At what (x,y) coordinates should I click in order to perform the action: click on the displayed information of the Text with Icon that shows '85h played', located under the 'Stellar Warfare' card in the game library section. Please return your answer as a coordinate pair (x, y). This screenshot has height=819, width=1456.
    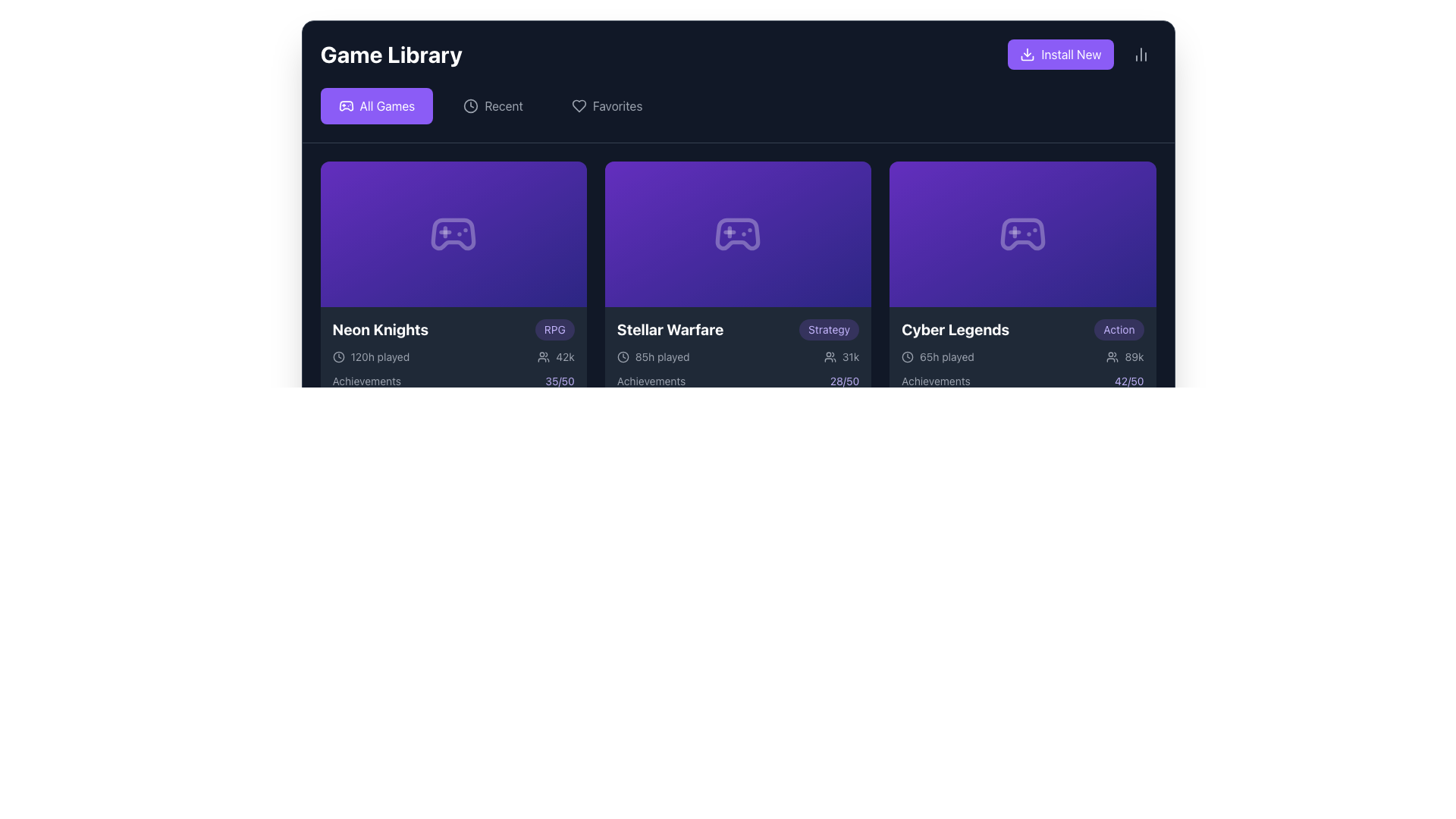
    Looking at the image, I should click on (653, 356).